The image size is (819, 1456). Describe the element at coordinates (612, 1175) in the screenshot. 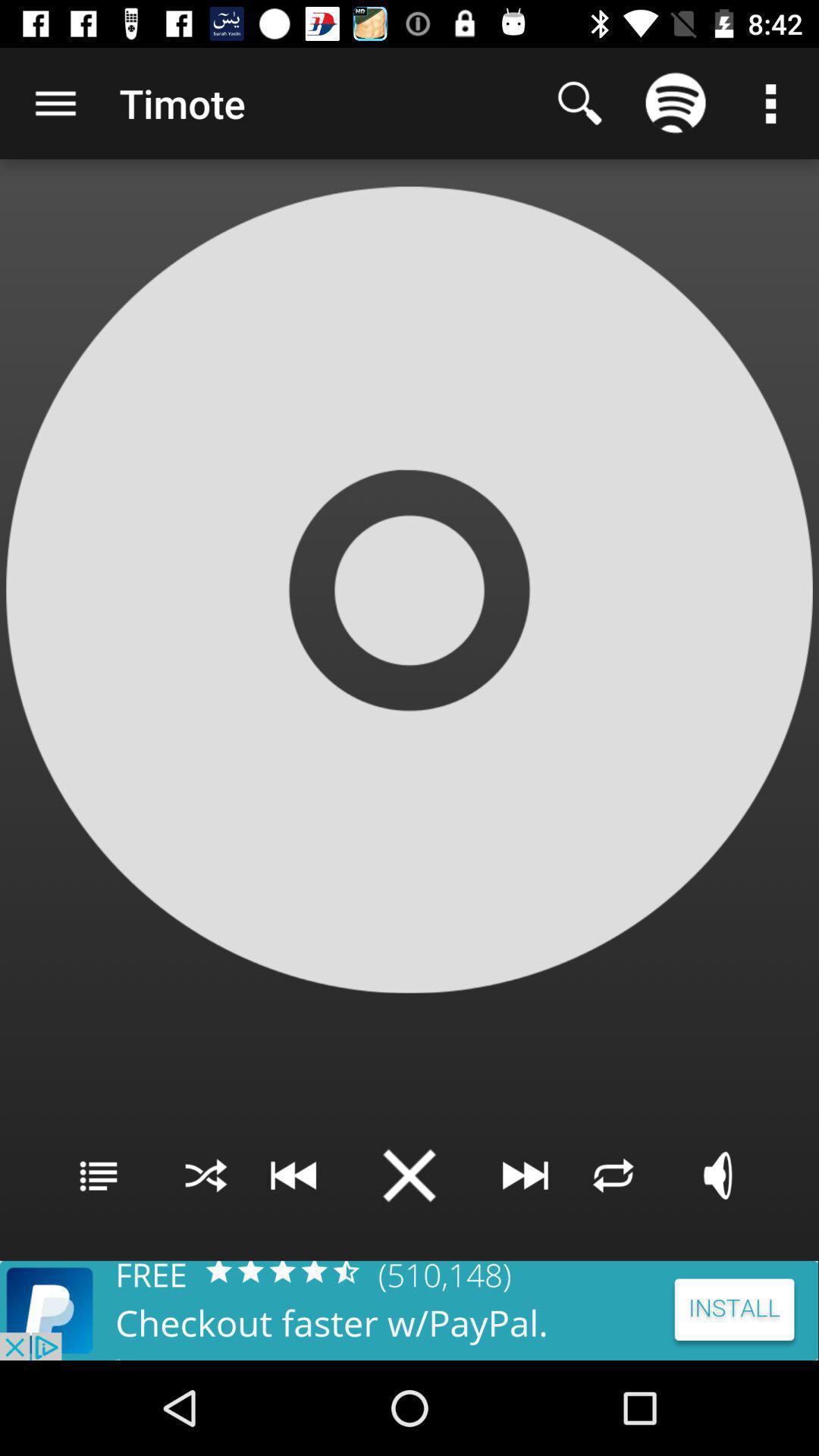

I see `the repeat icon` at that location.